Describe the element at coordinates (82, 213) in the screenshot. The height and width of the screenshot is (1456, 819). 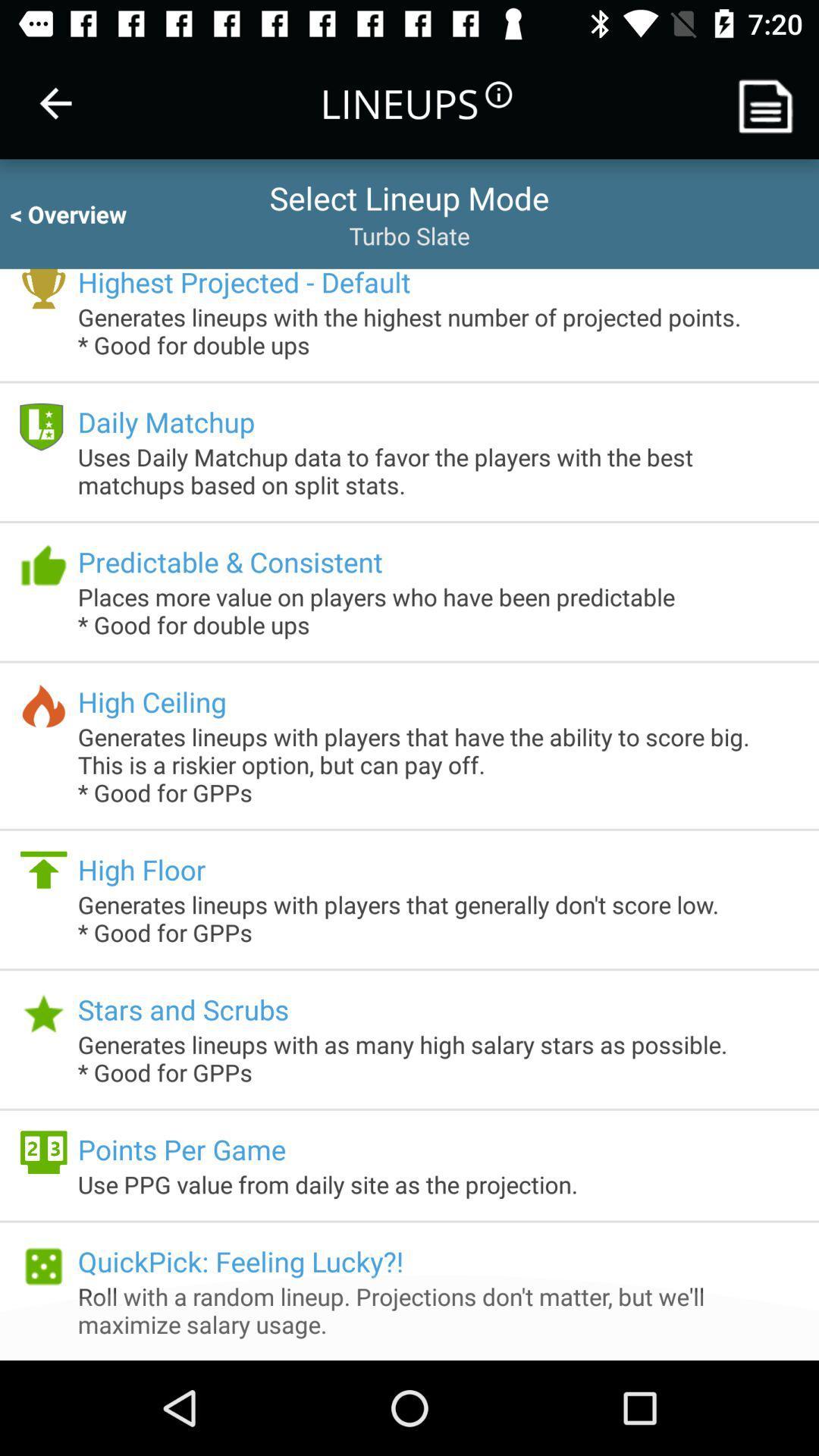
I see `the item next to the select lineup mode item` at that location.